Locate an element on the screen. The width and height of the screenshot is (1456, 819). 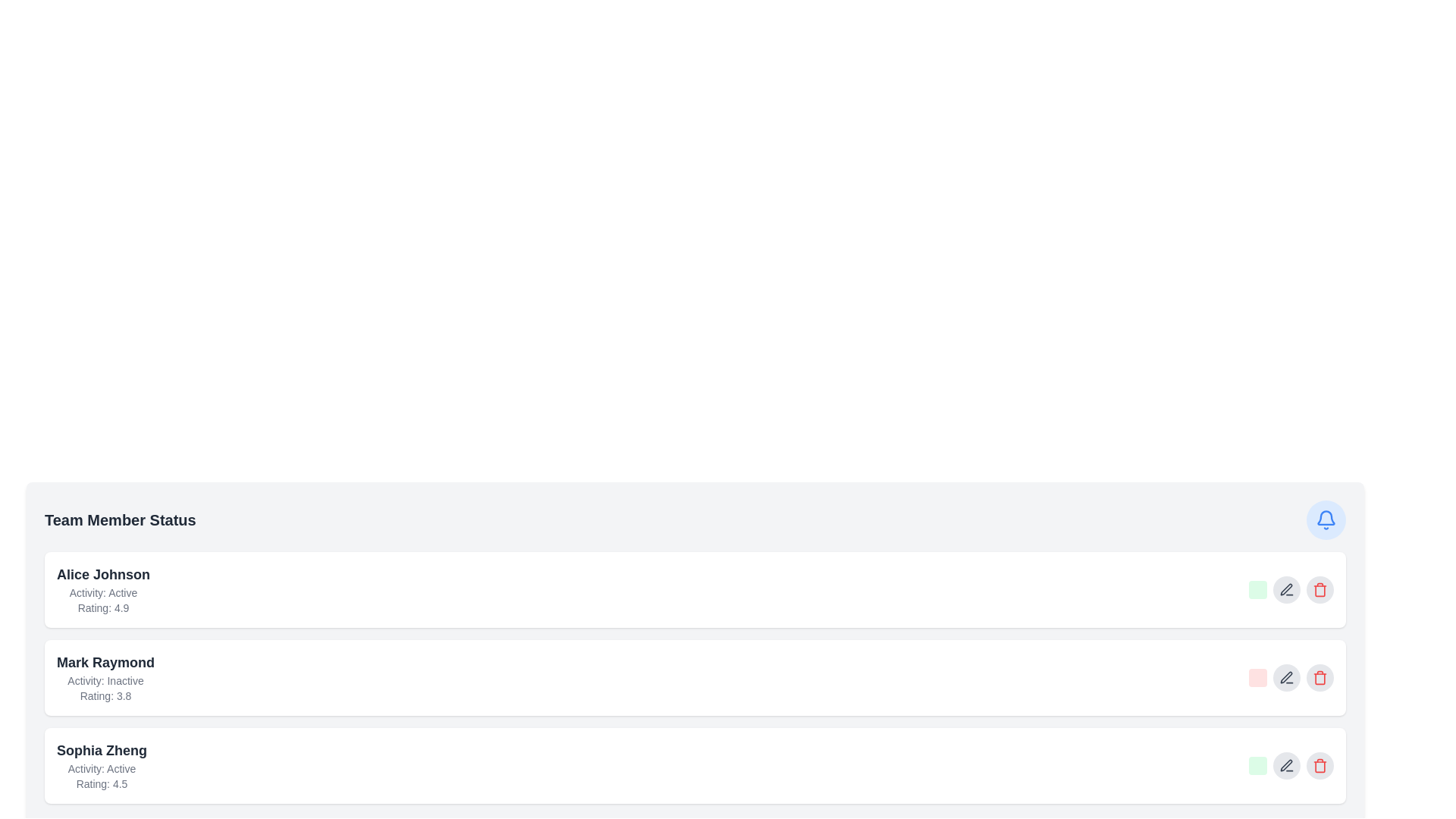
the trash bin icon representing the bin's body area, located to the right of the row aligned with 'Mark Raymond' is located at coordinates (1319, 677).